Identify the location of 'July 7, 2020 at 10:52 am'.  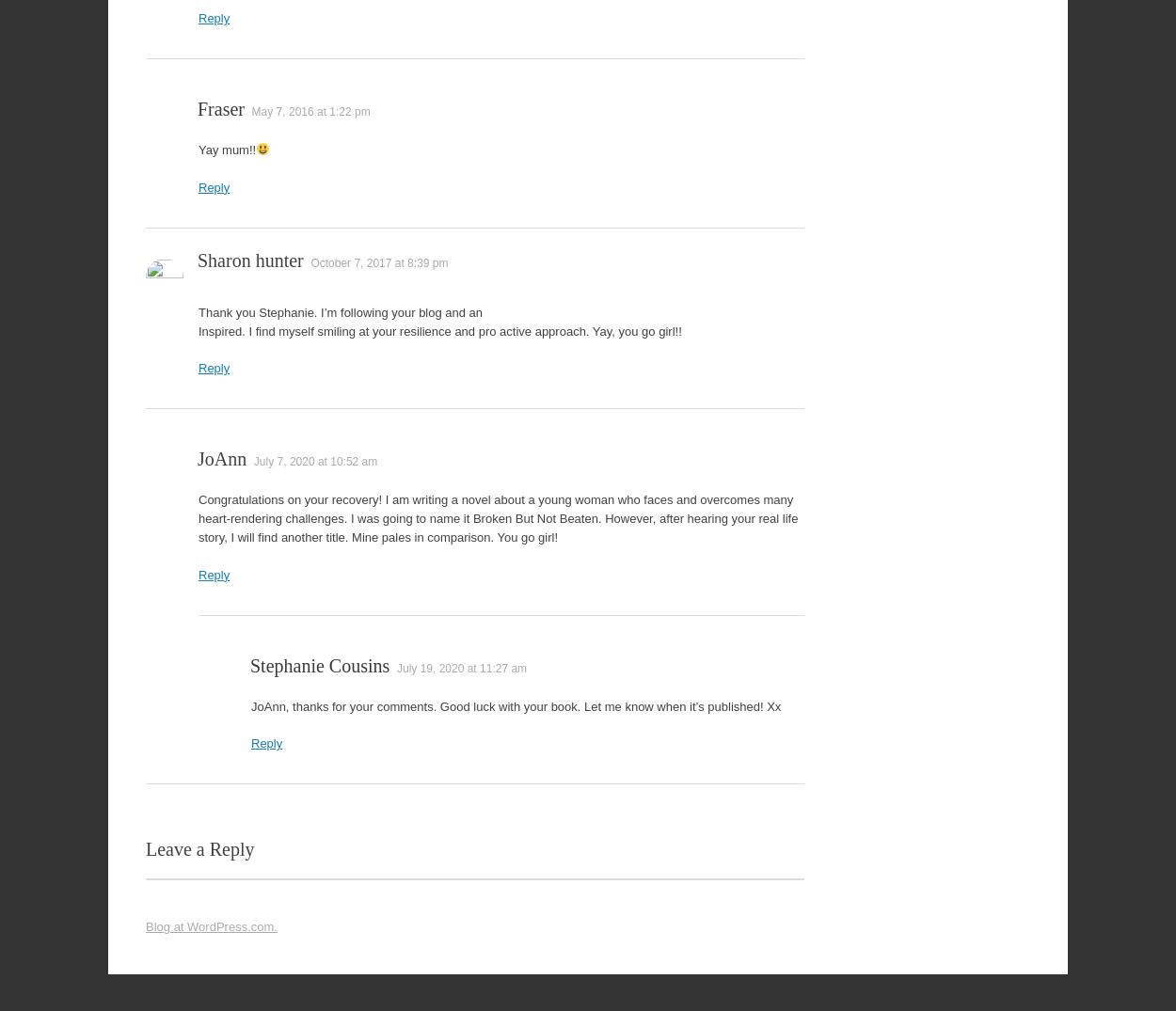
(314, 460).